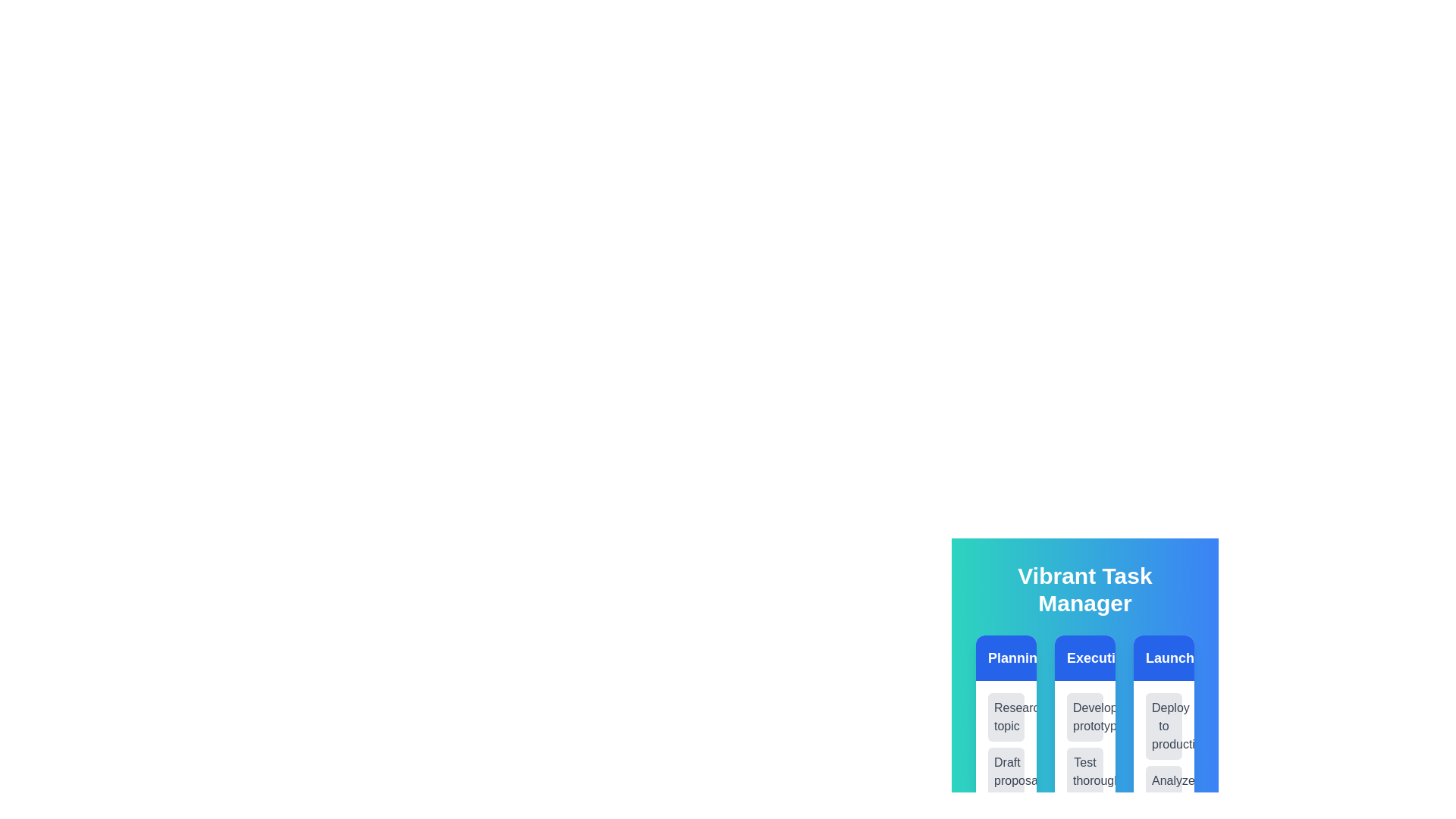  Describe the element at coordinates (1084, 717) in the screenshot. I see `task information displayed in the text box labeled 'Develop prototype', which is the first item in the 'Execute' section of the task list` at that location.